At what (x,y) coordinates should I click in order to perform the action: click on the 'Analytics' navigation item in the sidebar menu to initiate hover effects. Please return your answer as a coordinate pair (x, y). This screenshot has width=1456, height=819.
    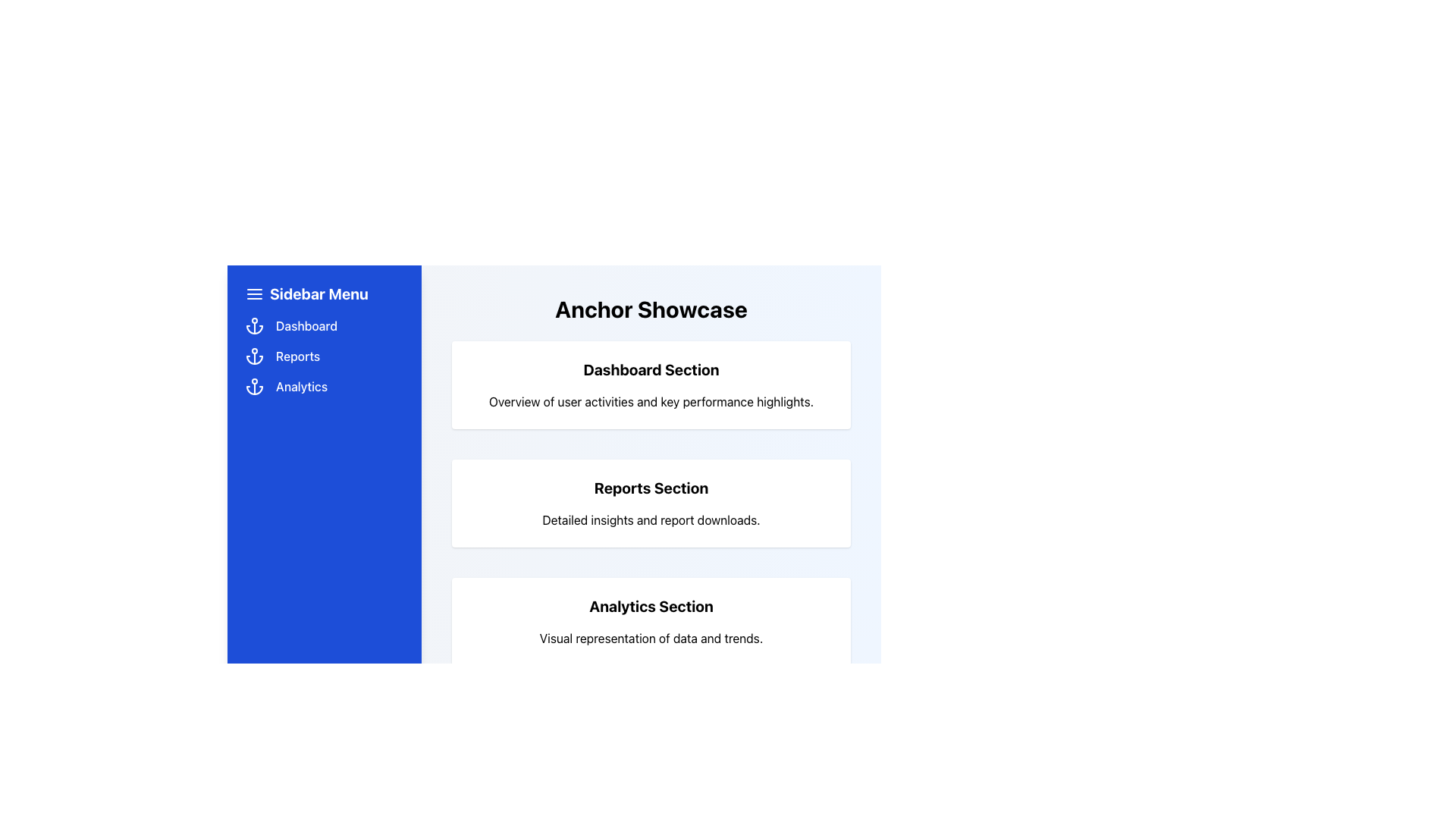
    Looking at the image, I should click on (323, 385).